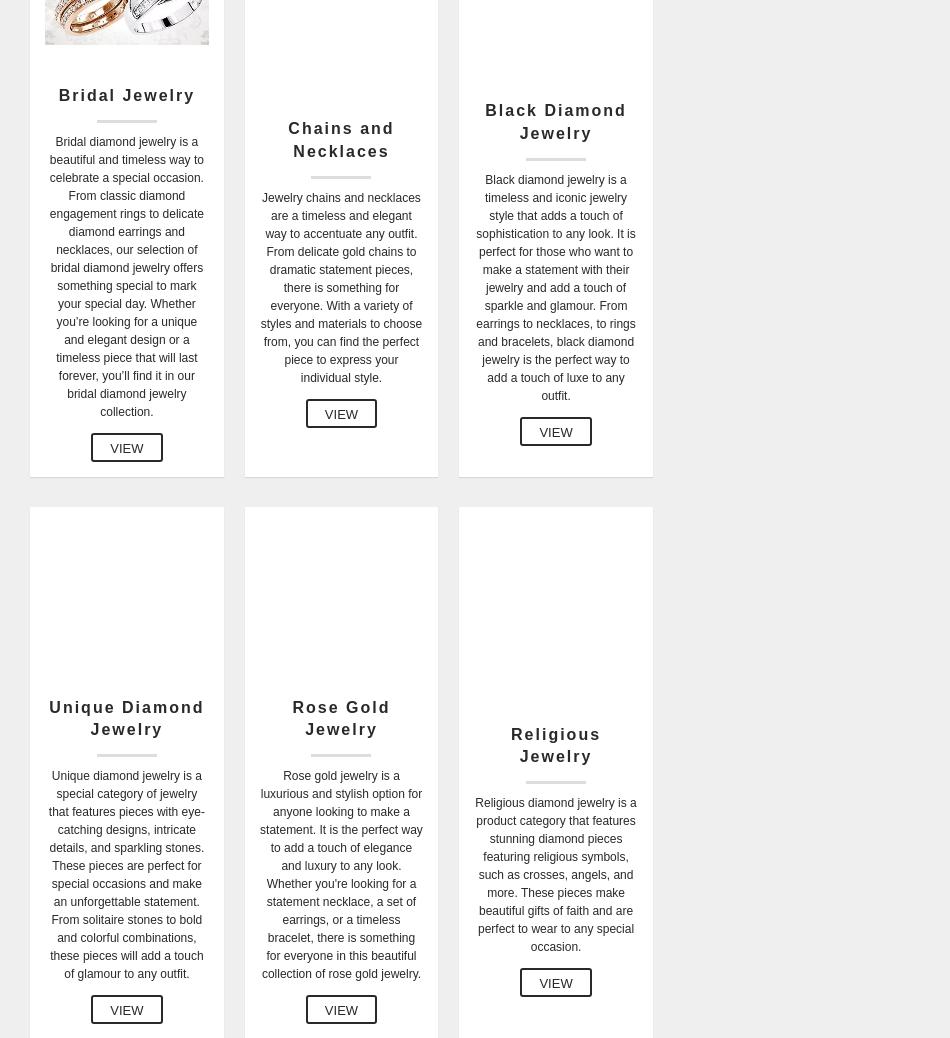 The image size is (950, 1038). What do you see at coordinates (126, 93) in the screenshot?
I see `'Bridal Jewelry'` at bounding box center [126, 93].